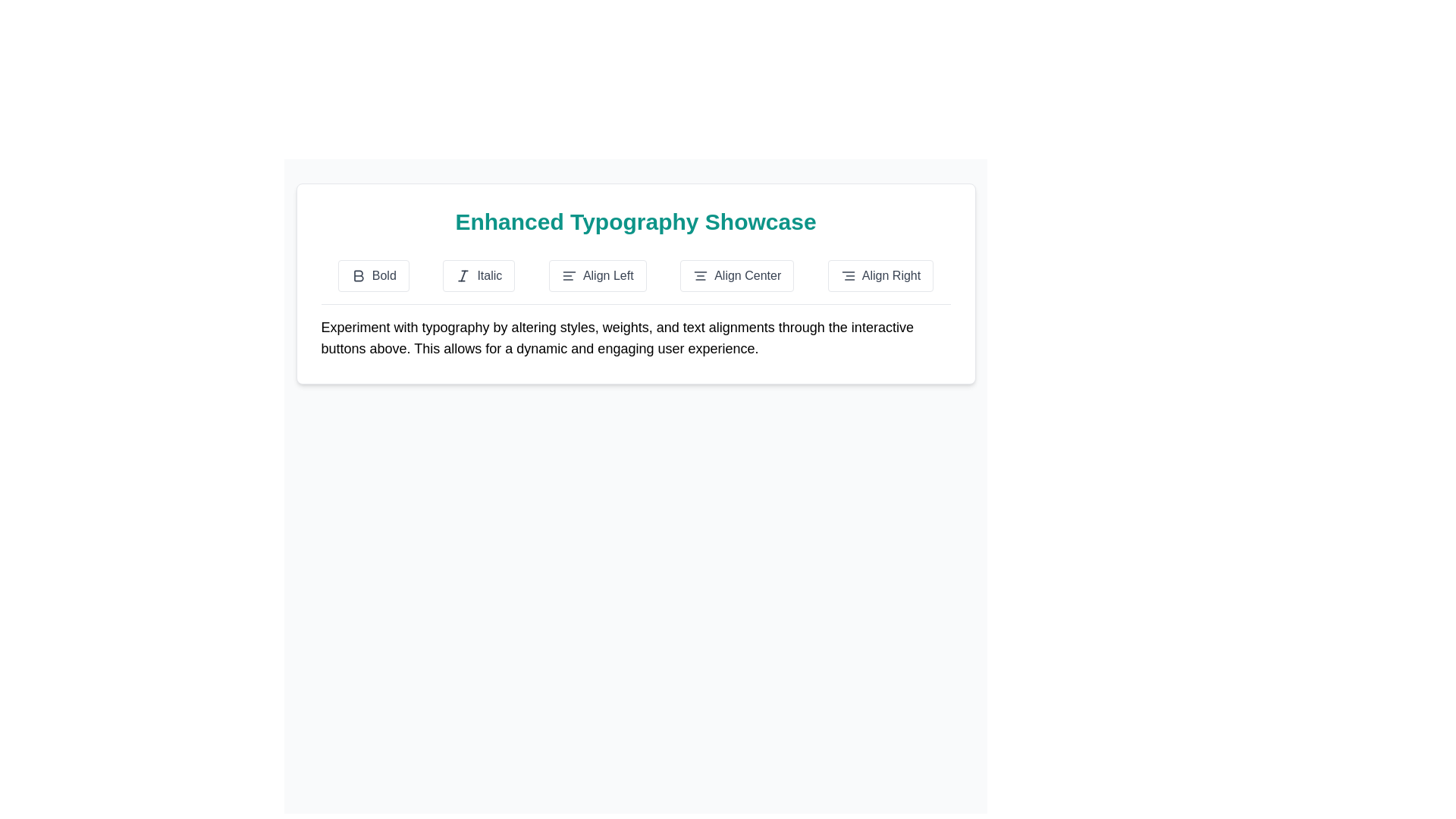 The image size is (1456, 819). I want to click on the SVG icon shaped as a bold letter 'B', so click(357, 275).